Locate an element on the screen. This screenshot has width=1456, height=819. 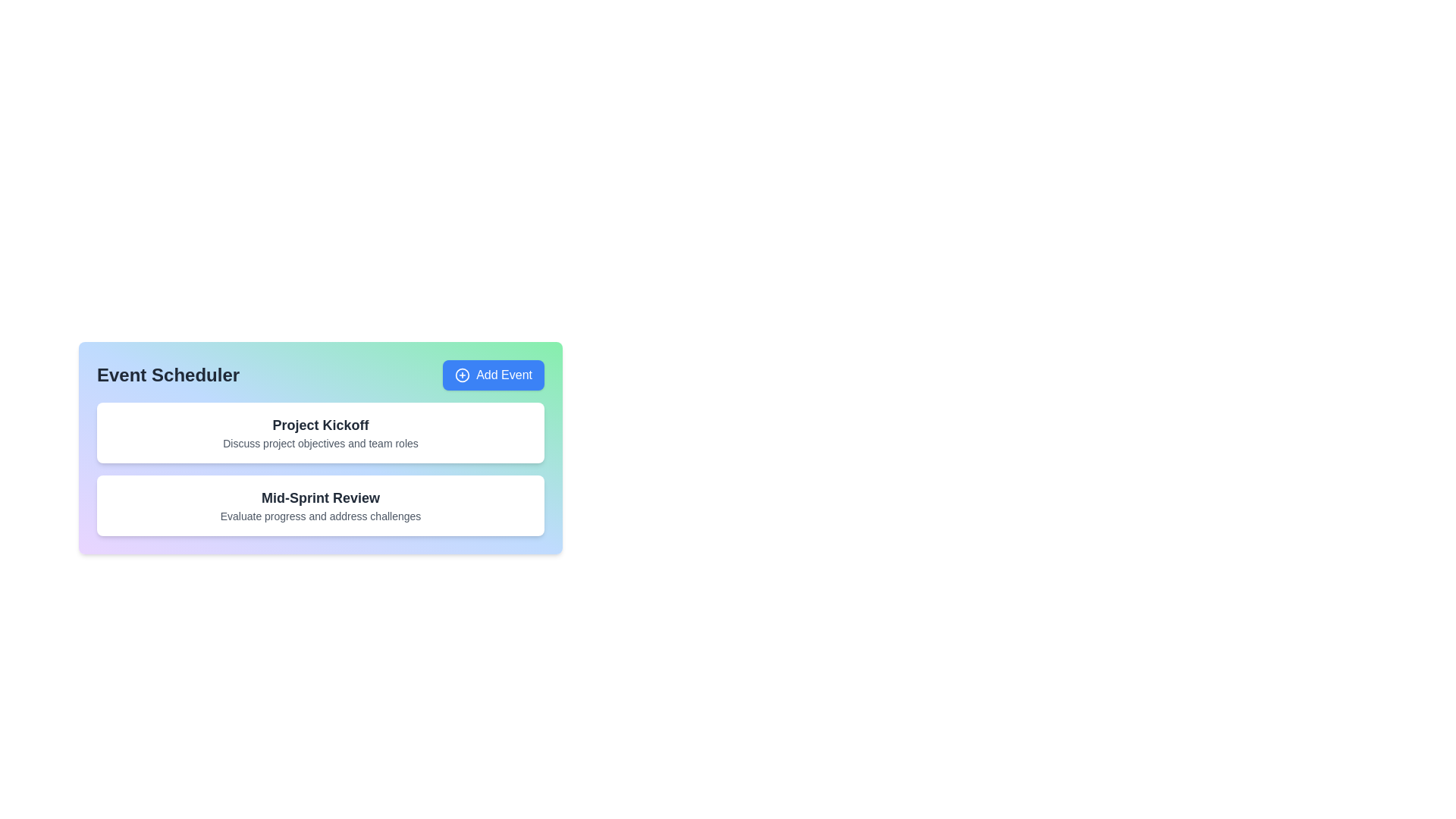
the static text element reading 'Discuss project objectives and team roles', which is located beneath the 'Project Kickoff' title in the card-like section is located at coordinates (319, 444).